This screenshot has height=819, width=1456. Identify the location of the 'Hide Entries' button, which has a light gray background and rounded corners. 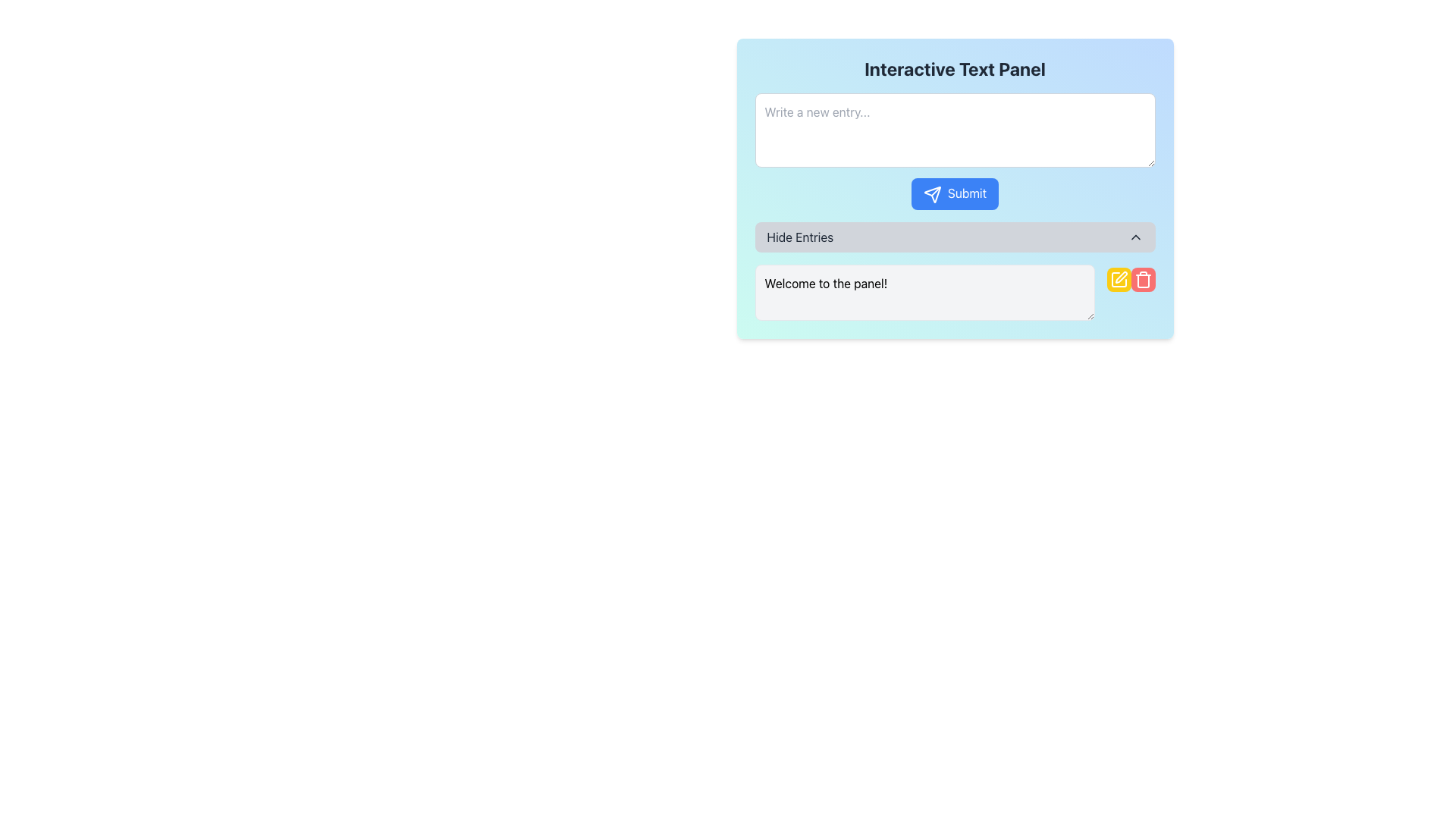
(954, 237).